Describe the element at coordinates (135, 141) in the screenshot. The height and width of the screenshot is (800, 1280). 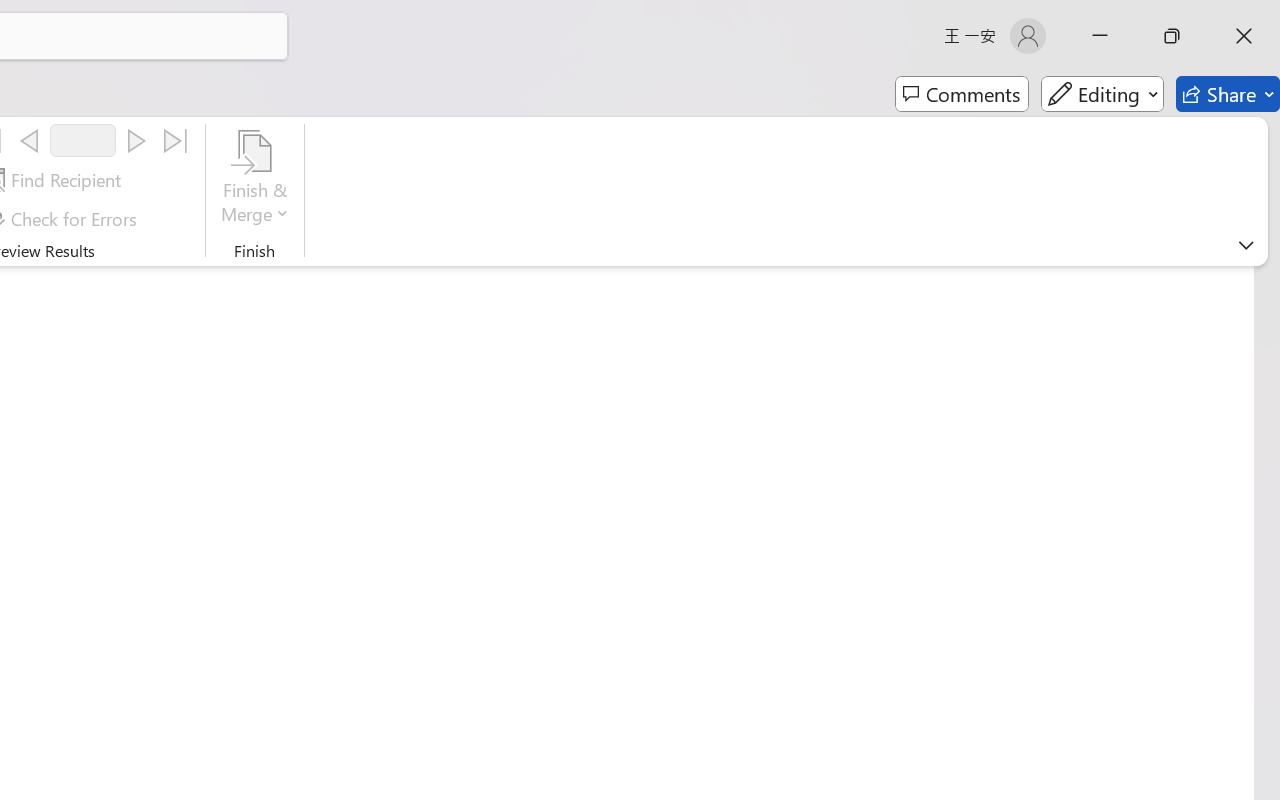
I see `'Next'` at that location.